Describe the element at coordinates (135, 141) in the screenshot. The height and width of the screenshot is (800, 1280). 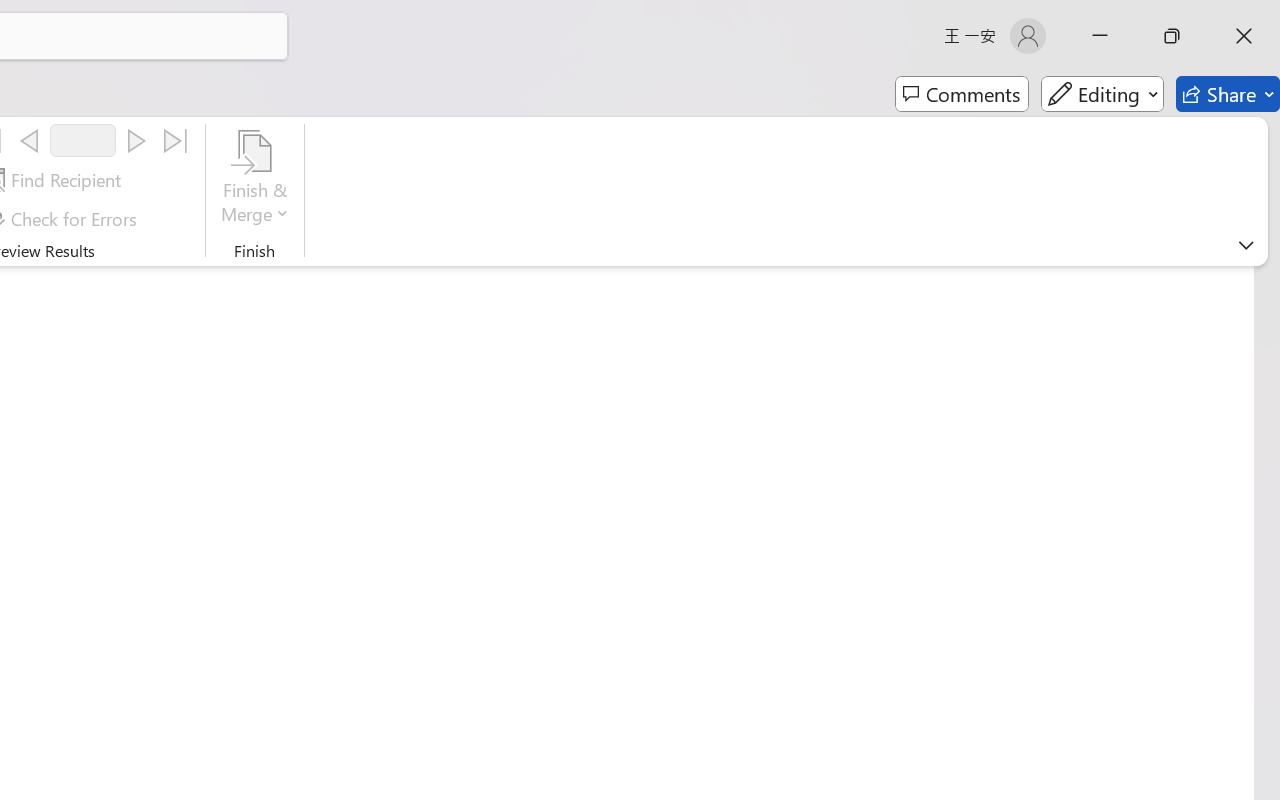
I see `'Next'` at that location.